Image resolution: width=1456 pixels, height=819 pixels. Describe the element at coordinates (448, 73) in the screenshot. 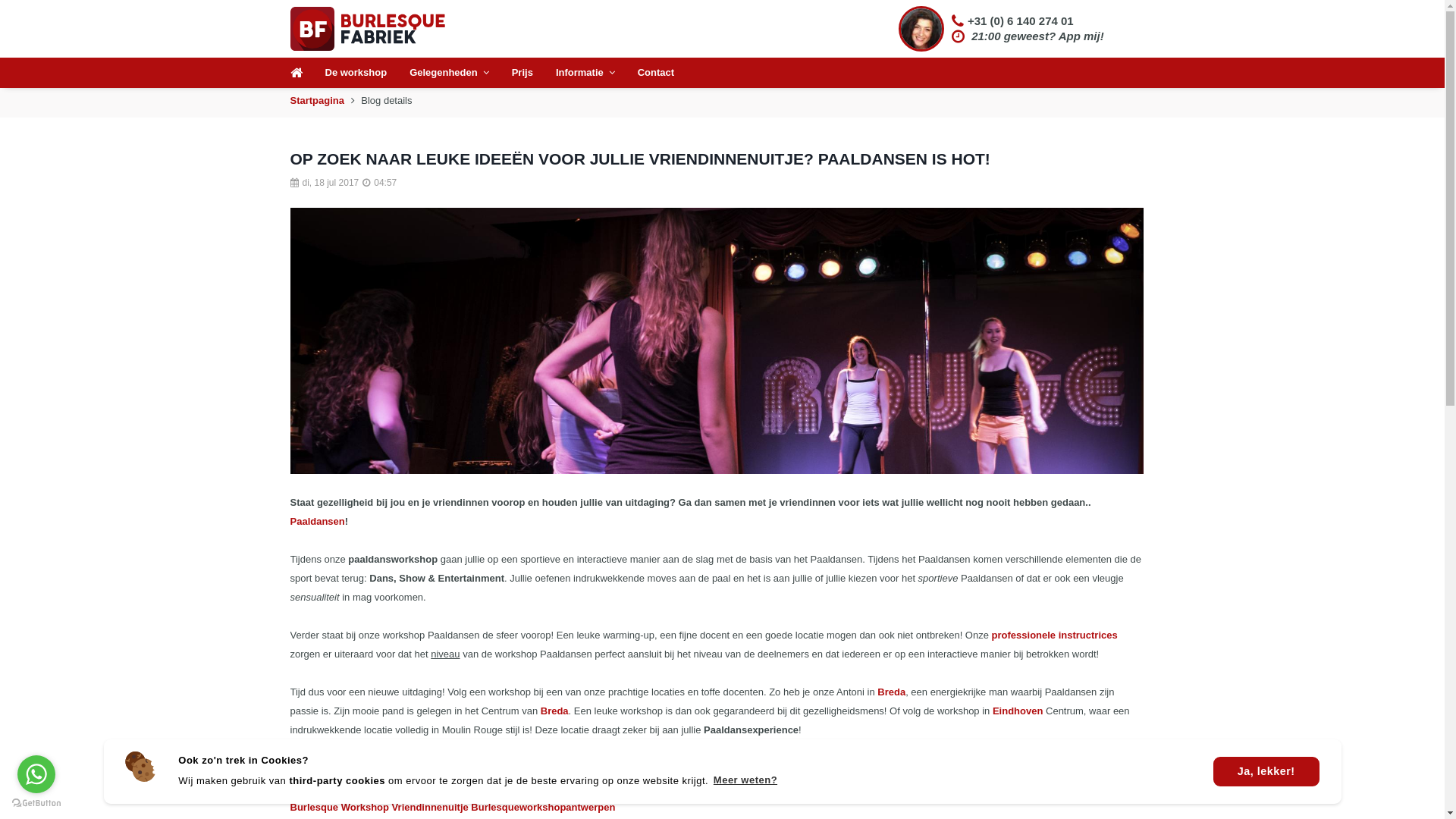

I see `'Gelegenheden'` at that location.